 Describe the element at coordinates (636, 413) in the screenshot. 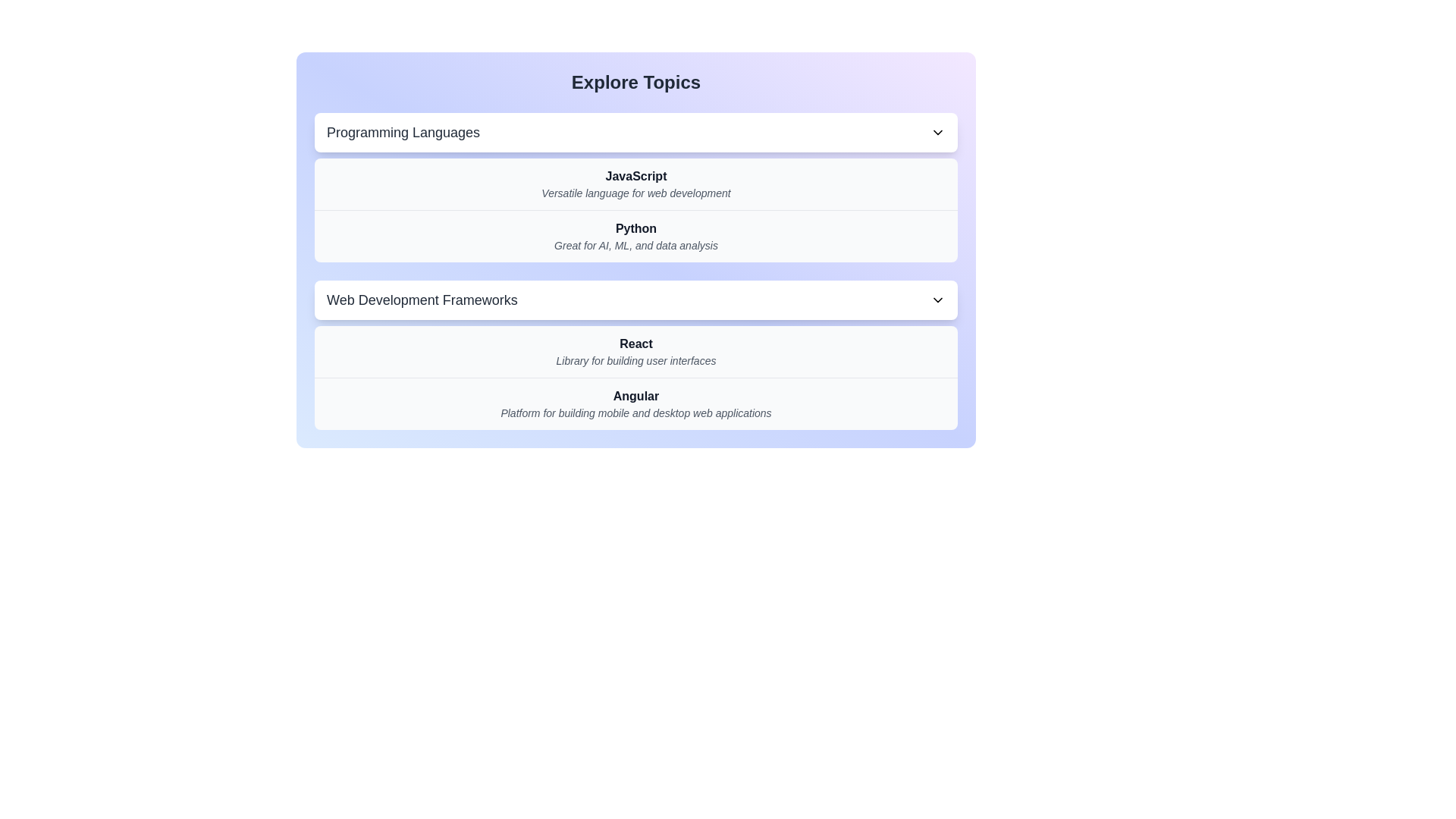

I see `the text label that reads 'Platform for building mobile and desktop web applications', styled in gray and italicized, located directly below the 'Angular' label` at that location.